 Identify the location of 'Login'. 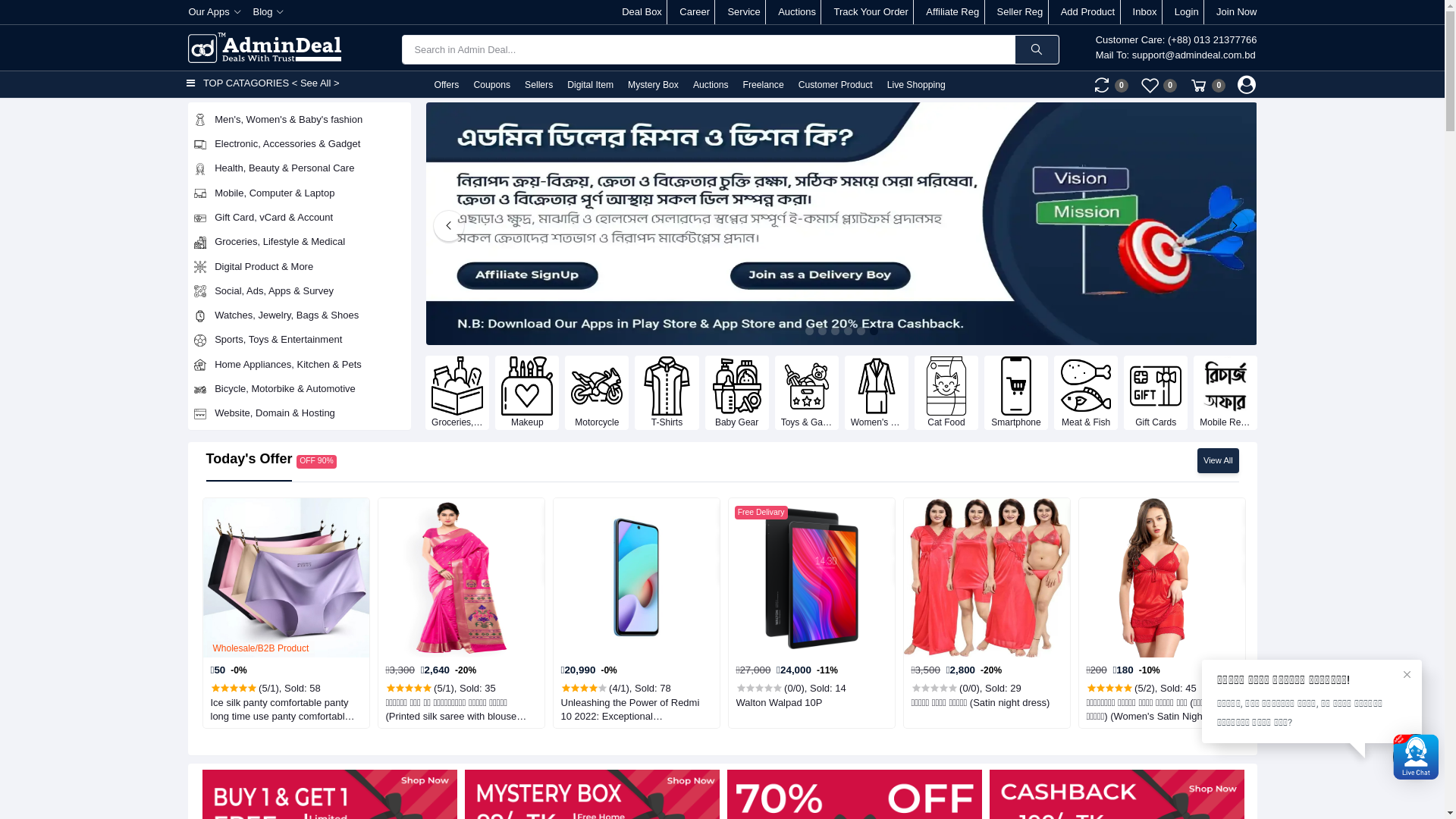
(1185, 11).